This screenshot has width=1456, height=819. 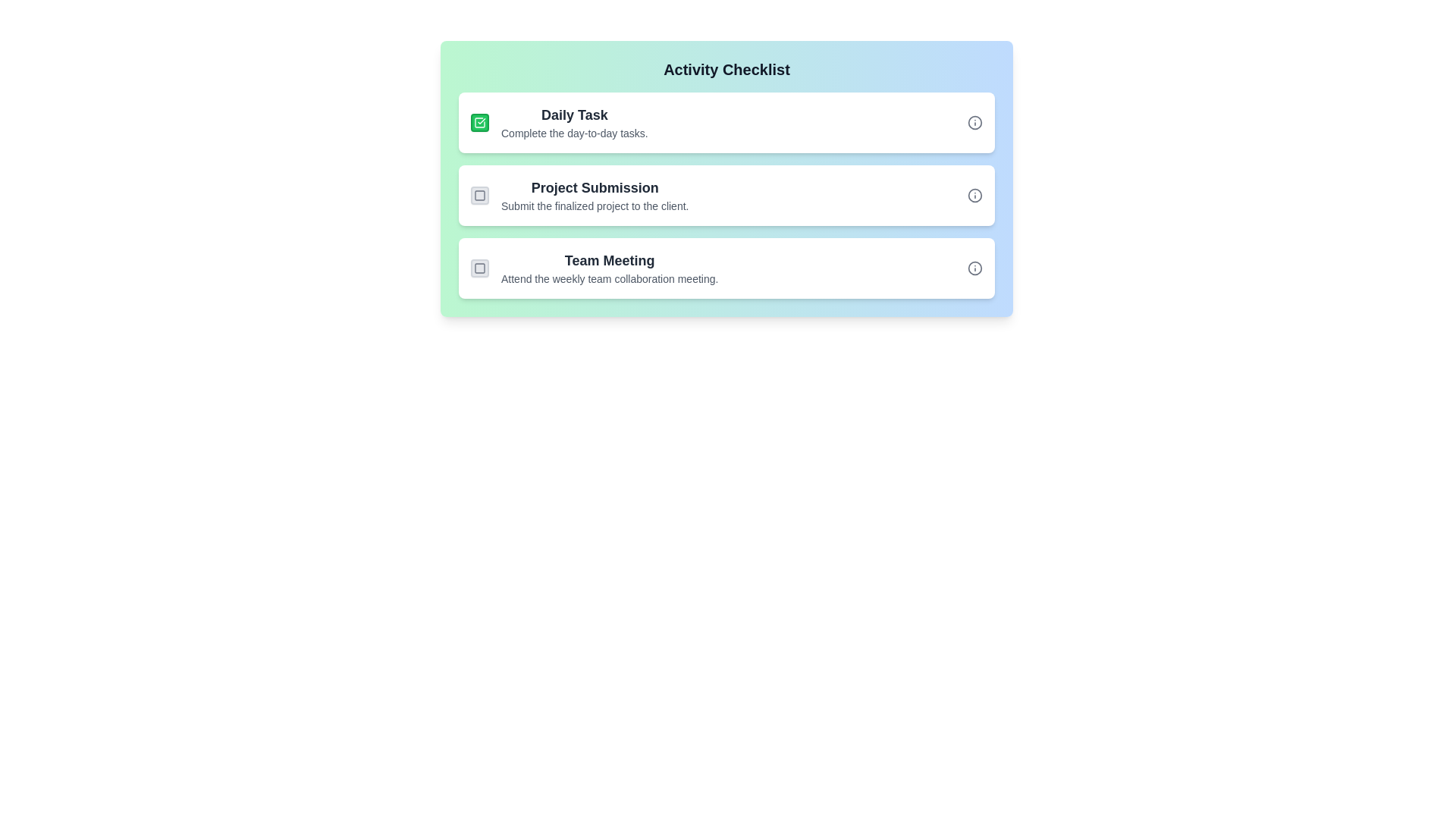 I want to click on the checkbox located to the left of the 'Team Meeting' label in the checklist, which is the third item in the list, so click(x=479, y=268).